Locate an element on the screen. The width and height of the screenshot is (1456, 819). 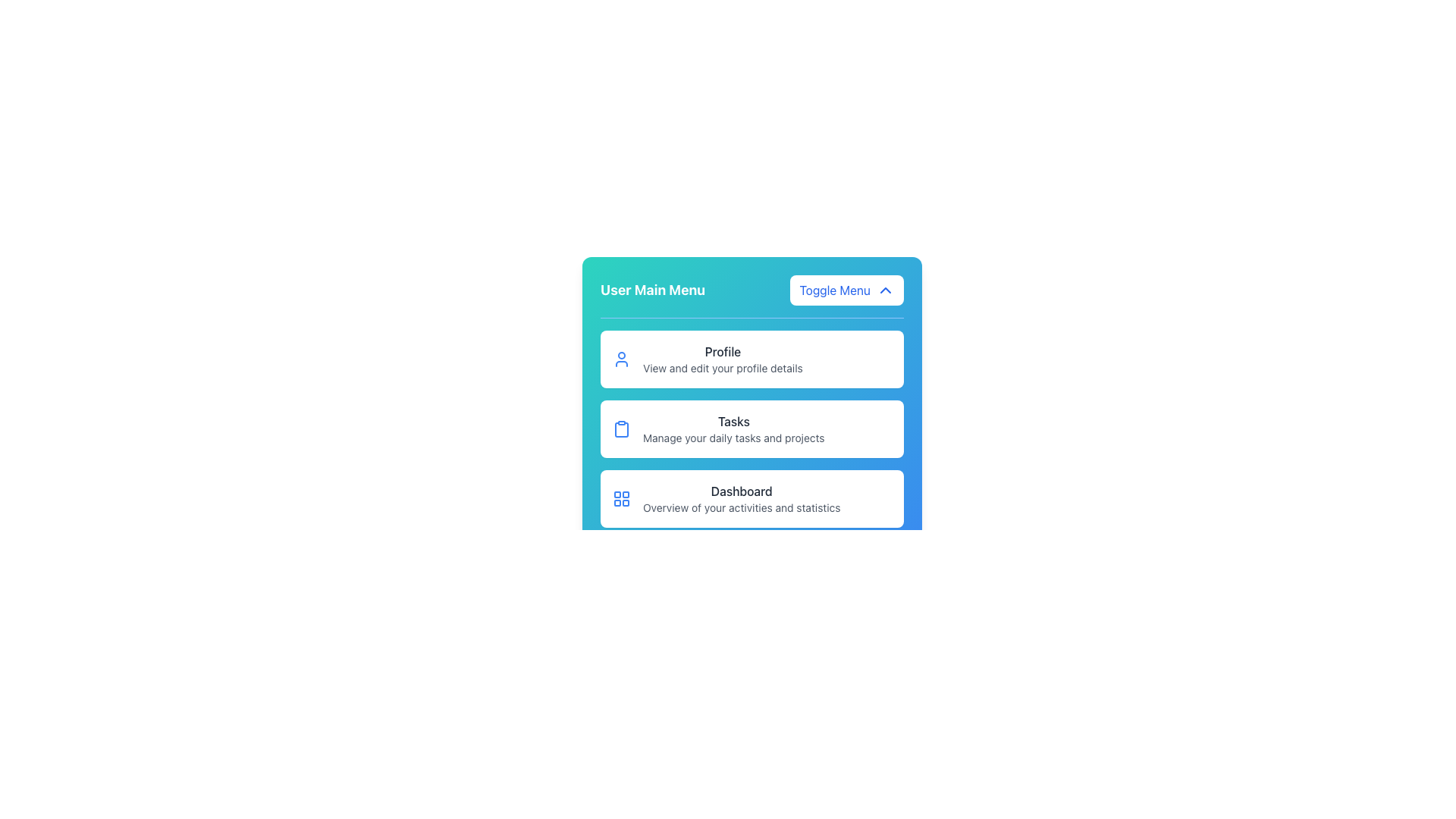
the 'Profile' card in the User Main Menu is located at coordinates (752, 359).